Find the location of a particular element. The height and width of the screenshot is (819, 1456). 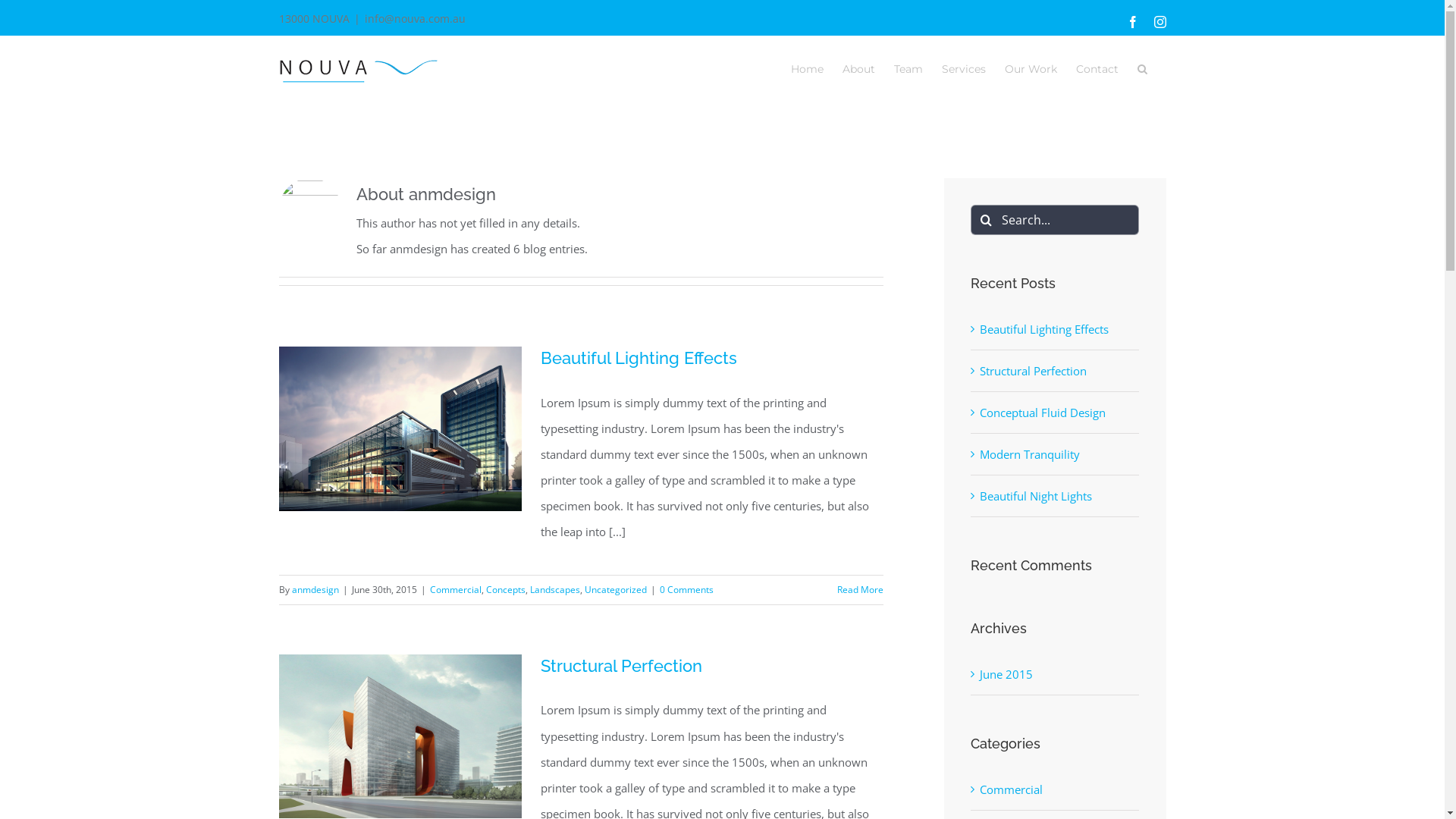

'Uncategorized' is located at coordinates (615, 588).